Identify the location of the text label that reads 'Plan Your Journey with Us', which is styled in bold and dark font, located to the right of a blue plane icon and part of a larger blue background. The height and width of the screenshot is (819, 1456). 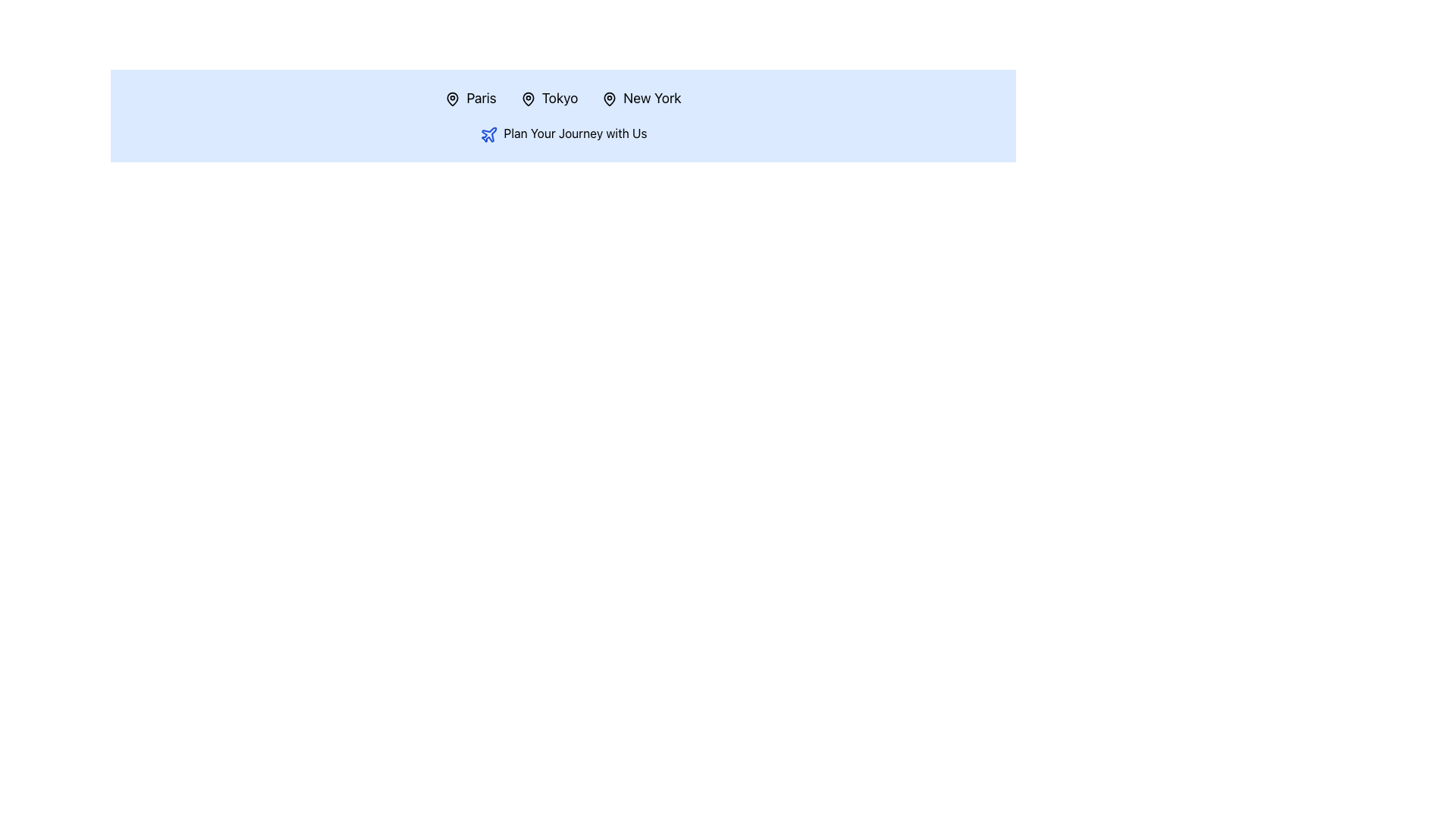
(574, 133).